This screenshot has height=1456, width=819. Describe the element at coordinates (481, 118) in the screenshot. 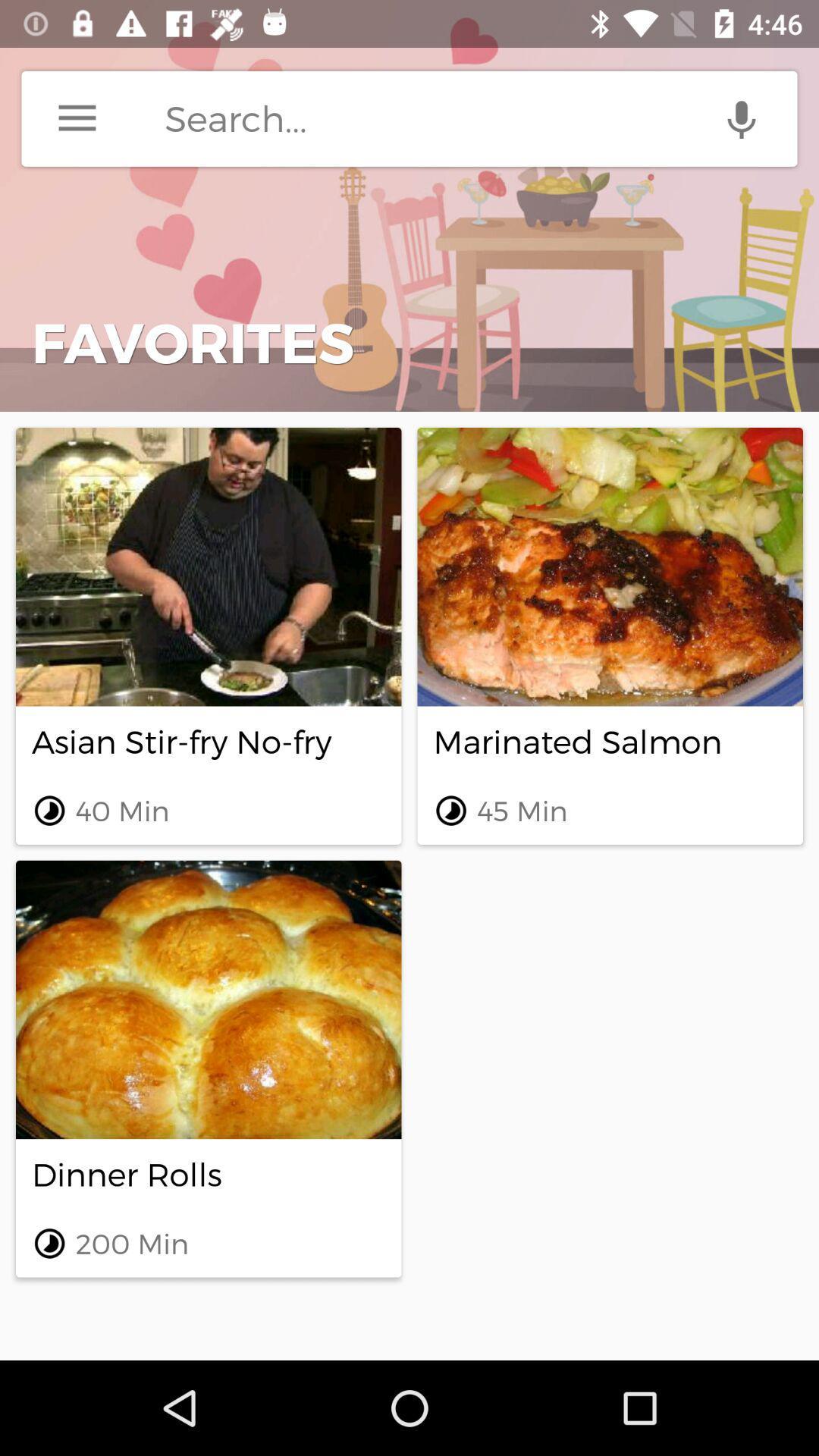

I see `search terms` at that location.